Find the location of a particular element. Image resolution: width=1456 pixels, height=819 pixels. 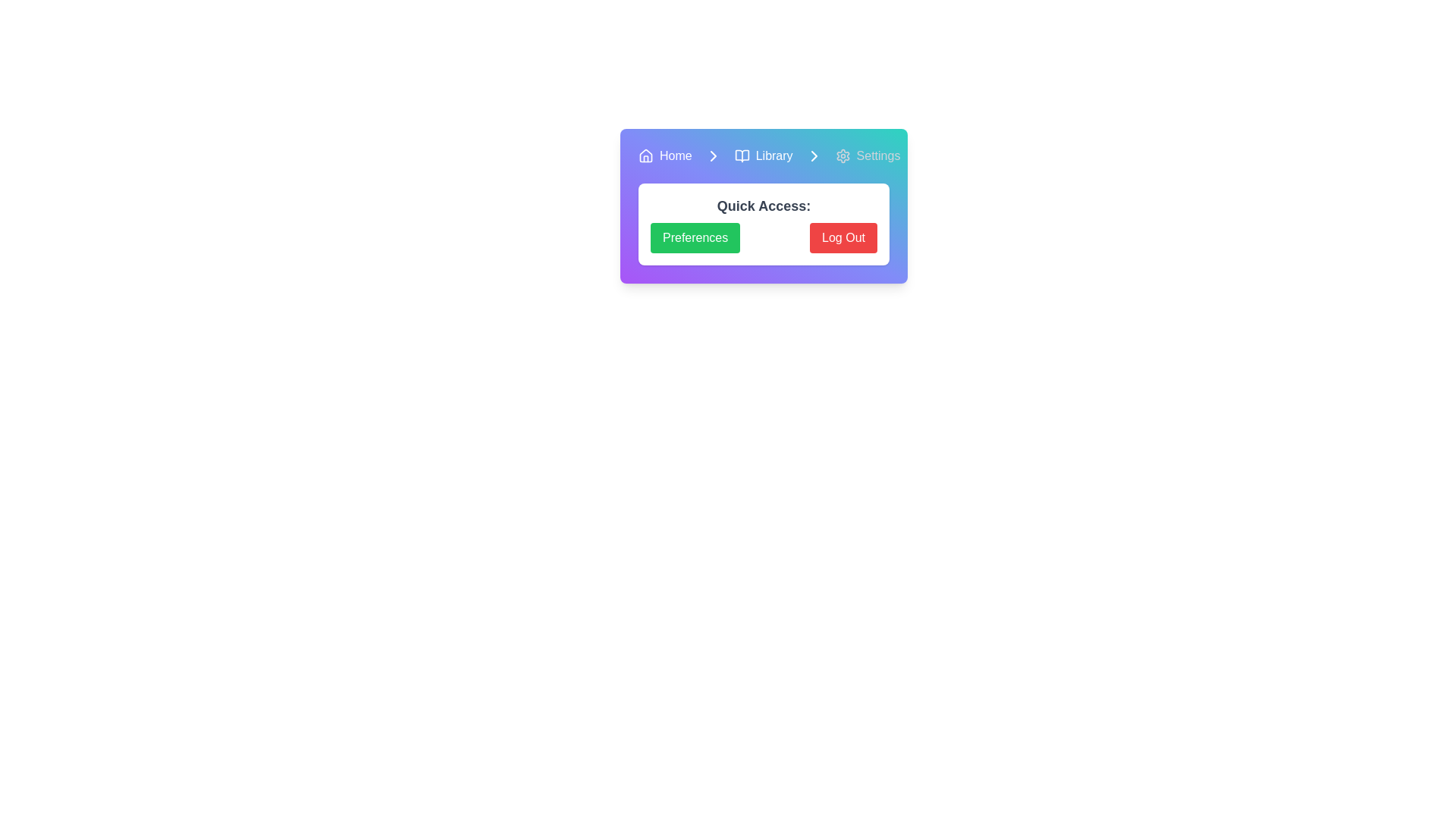

the progression indicator icon located to the right of the 'Home' label in the top navigation bar is located at coordinates (712, 155).